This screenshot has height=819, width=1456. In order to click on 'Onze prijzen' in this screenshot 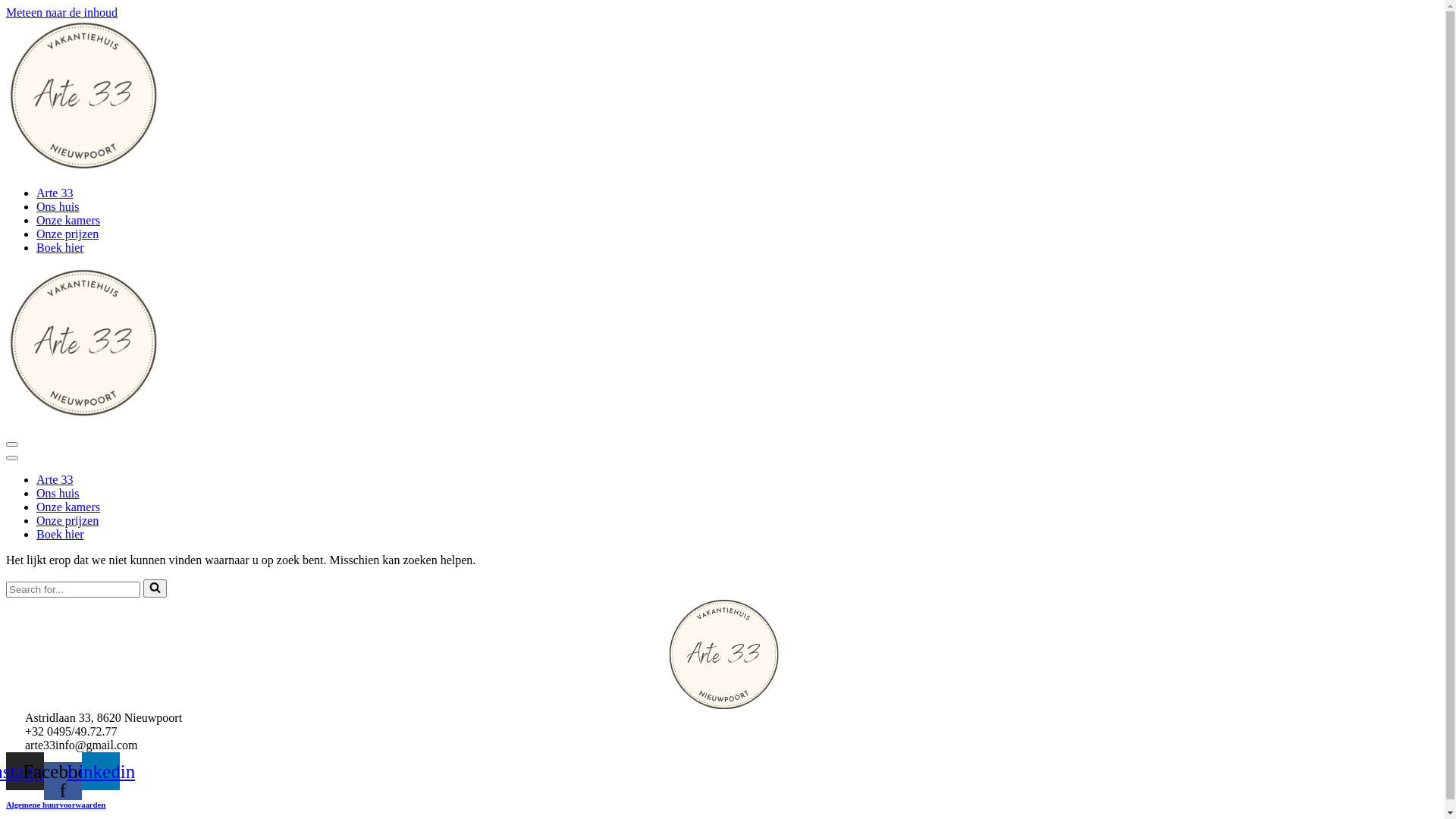, I will do `click(36, 519)`.